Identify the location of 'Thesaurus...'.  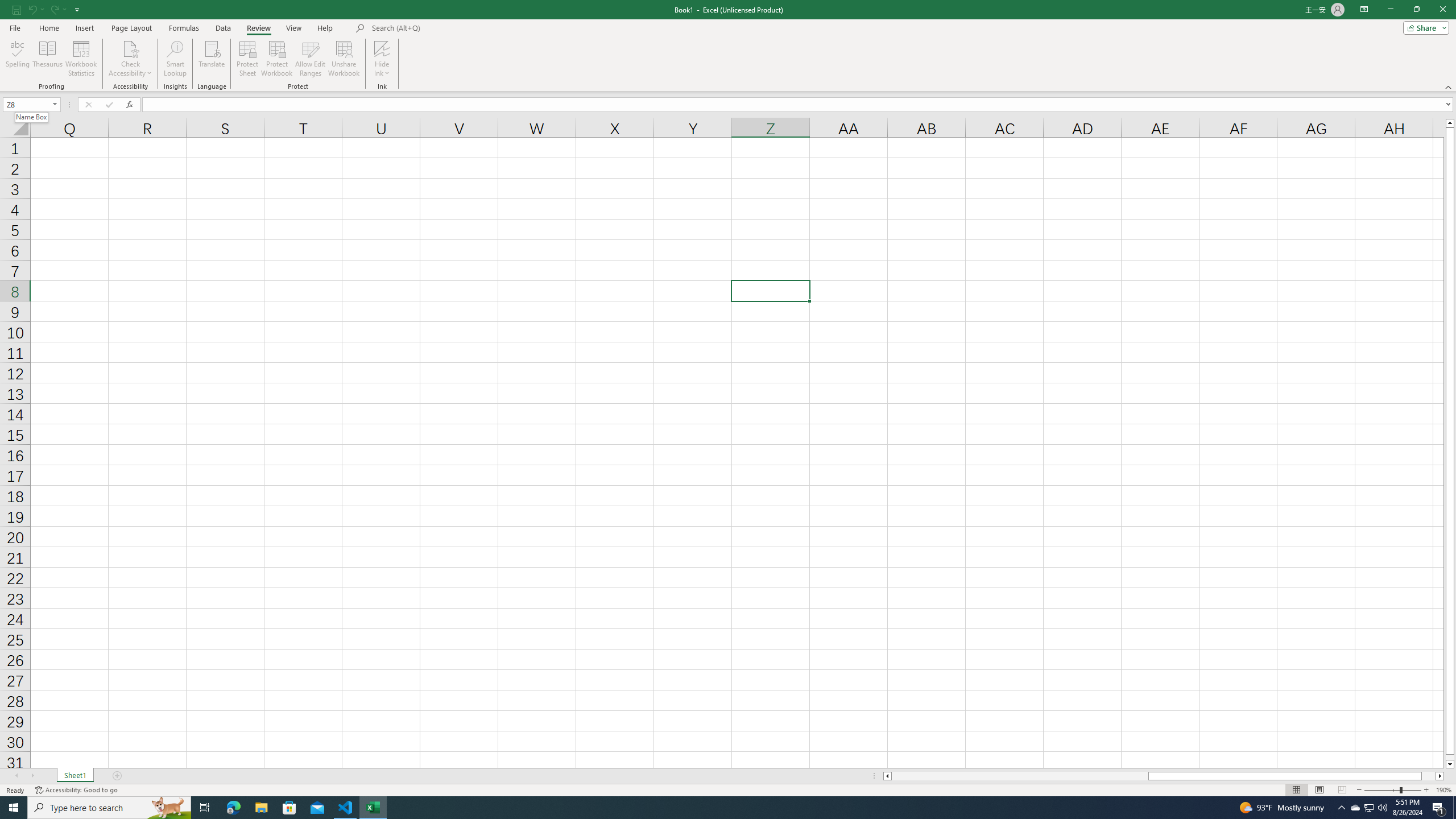
(47, 59).